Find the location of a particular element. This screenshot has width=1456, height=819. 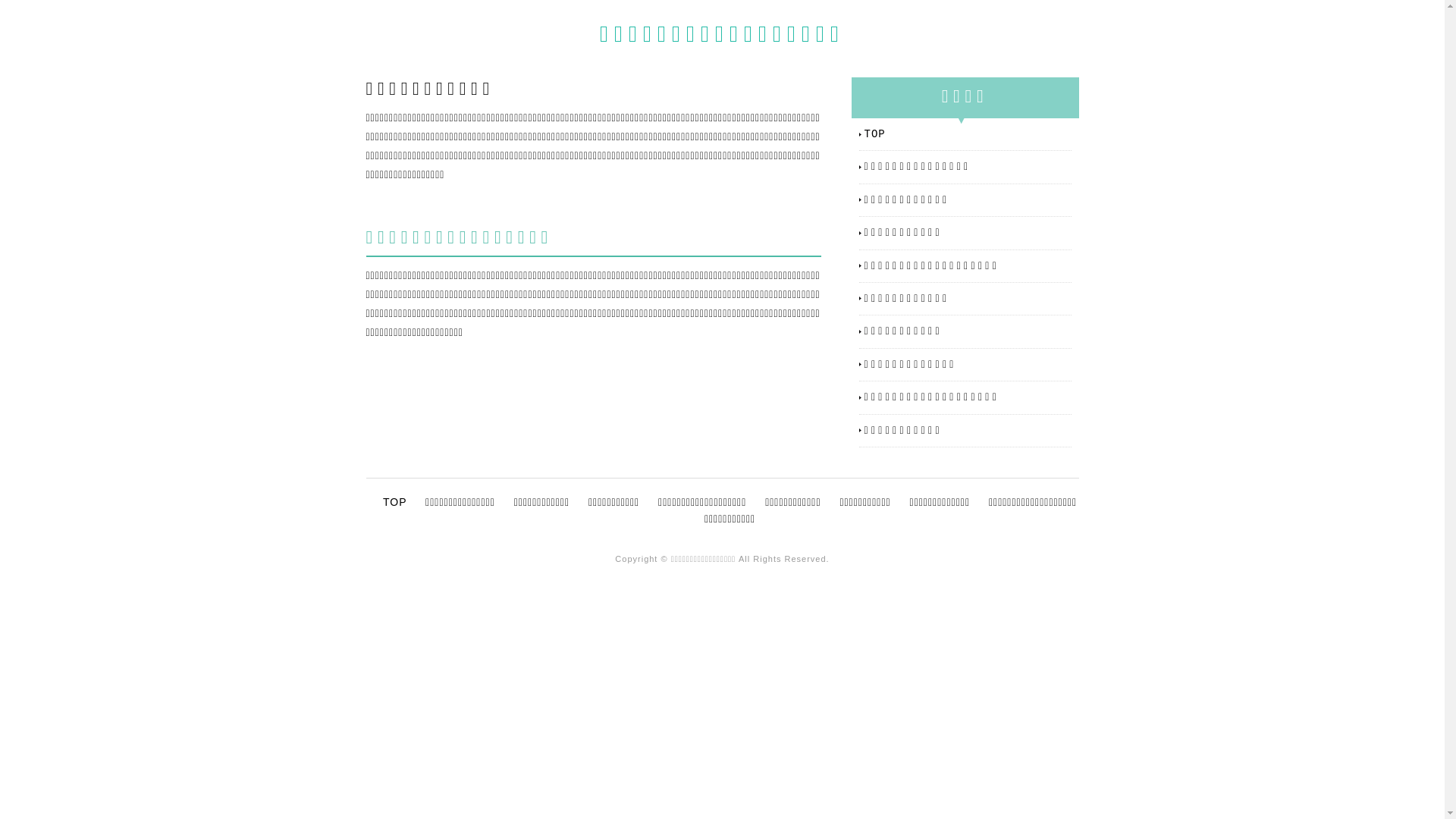

'TOP' is located at coordinates (967, 133).